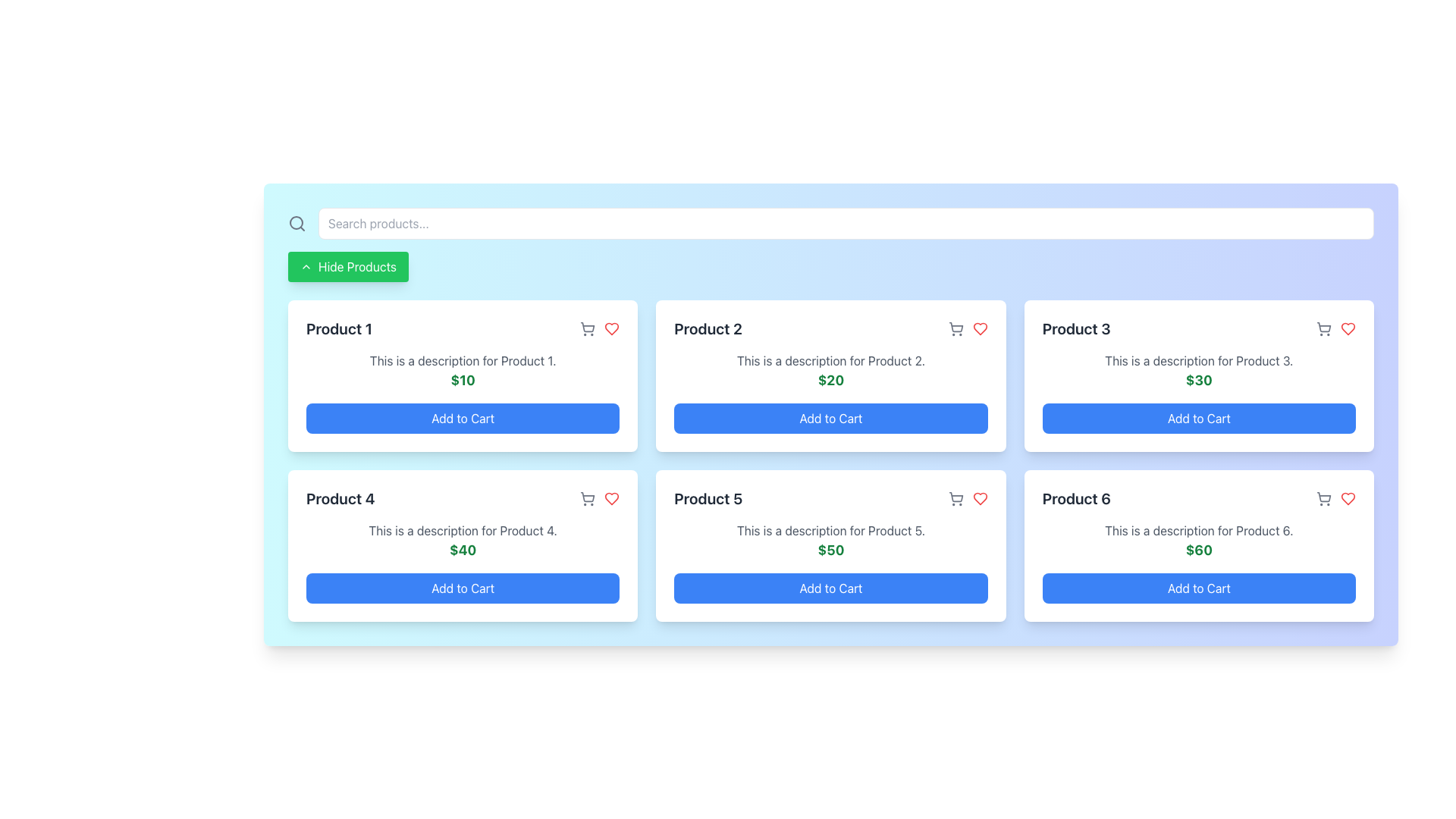 This screenshot has height=819, width=1456. What do you see at coordinates (612, 328) in the screenshot?
I see `the heart-shaped favorite icon button, which is the second icon from the right in a horizontal arrangement, to favorite the product` at bounding box center [612, 328].